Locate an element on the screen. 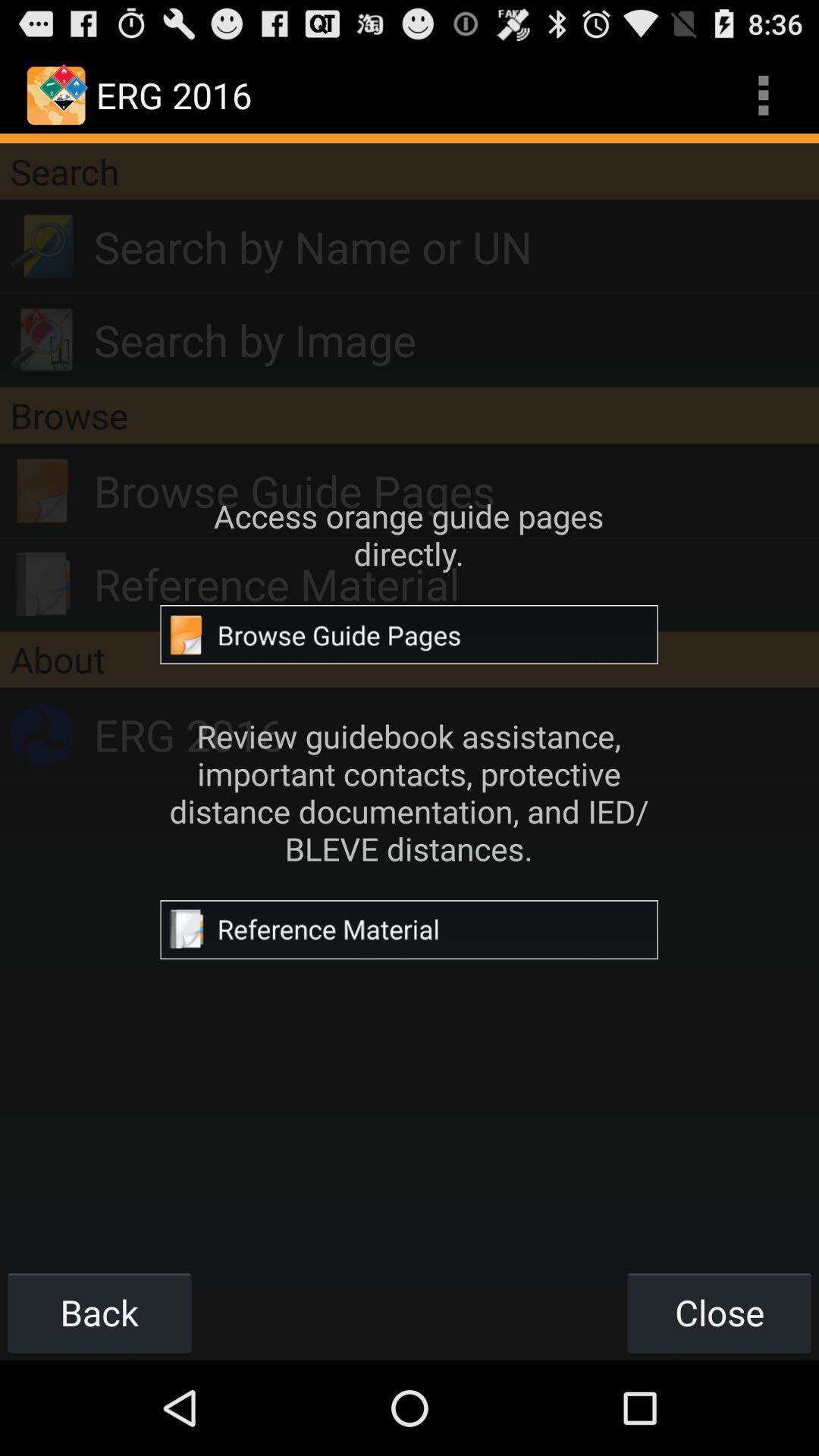  app below reference material app is located at coordinates (409, 659).